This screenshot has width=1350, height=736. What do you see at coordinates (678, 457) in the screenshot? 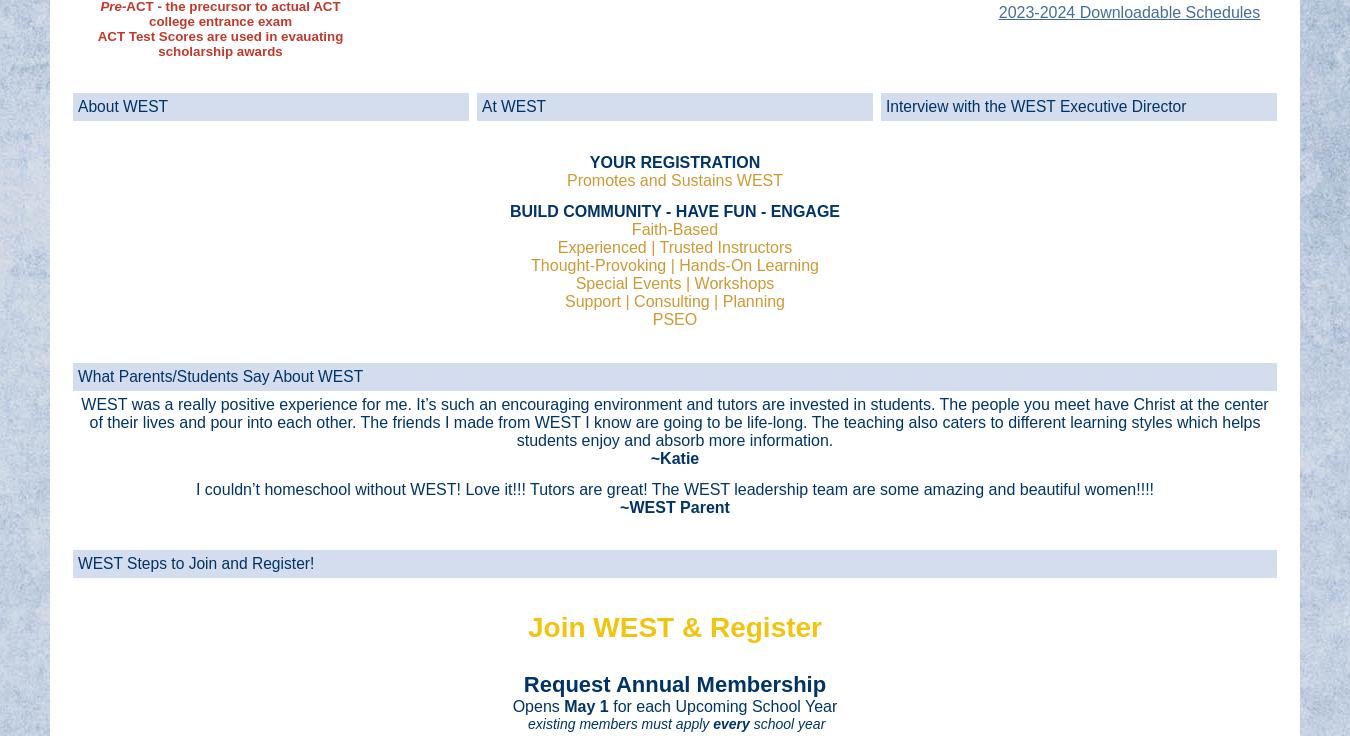
I see `'Katie'` at bounding box center [678, 457].